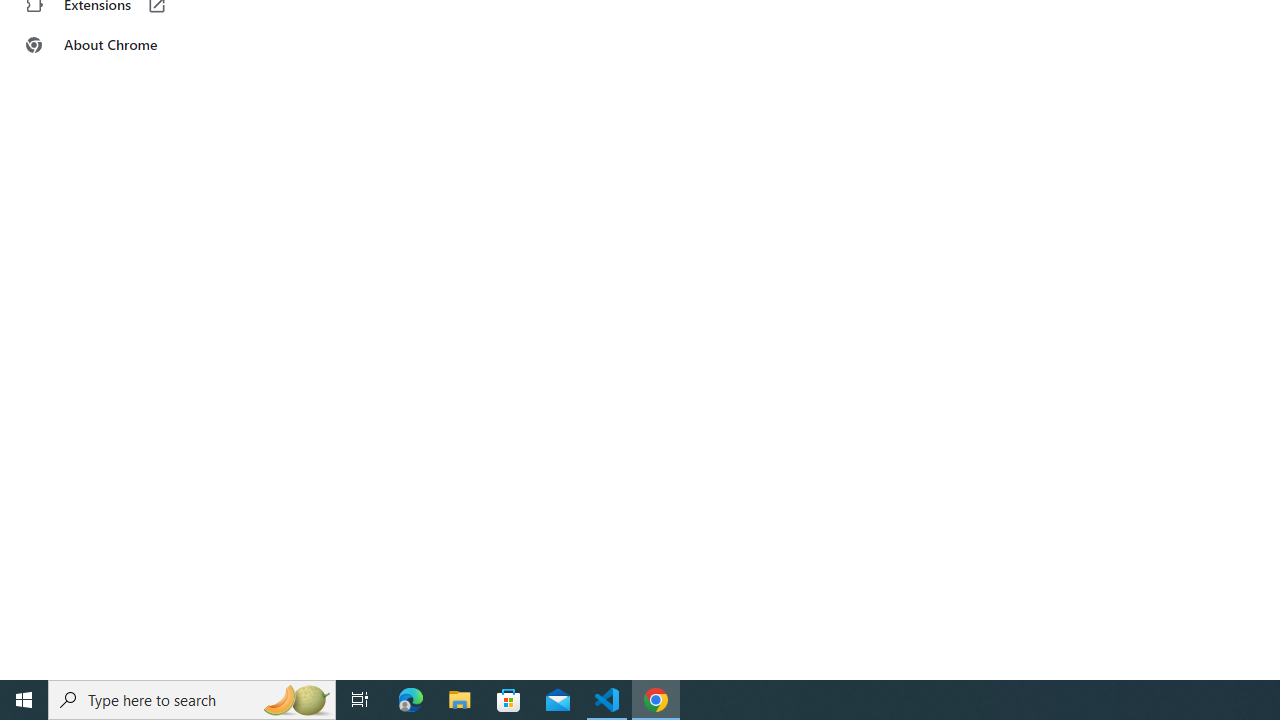 This screenshot has height=720, width=1280. I want to click on 'Microsoft Edge', so click(410, 698).